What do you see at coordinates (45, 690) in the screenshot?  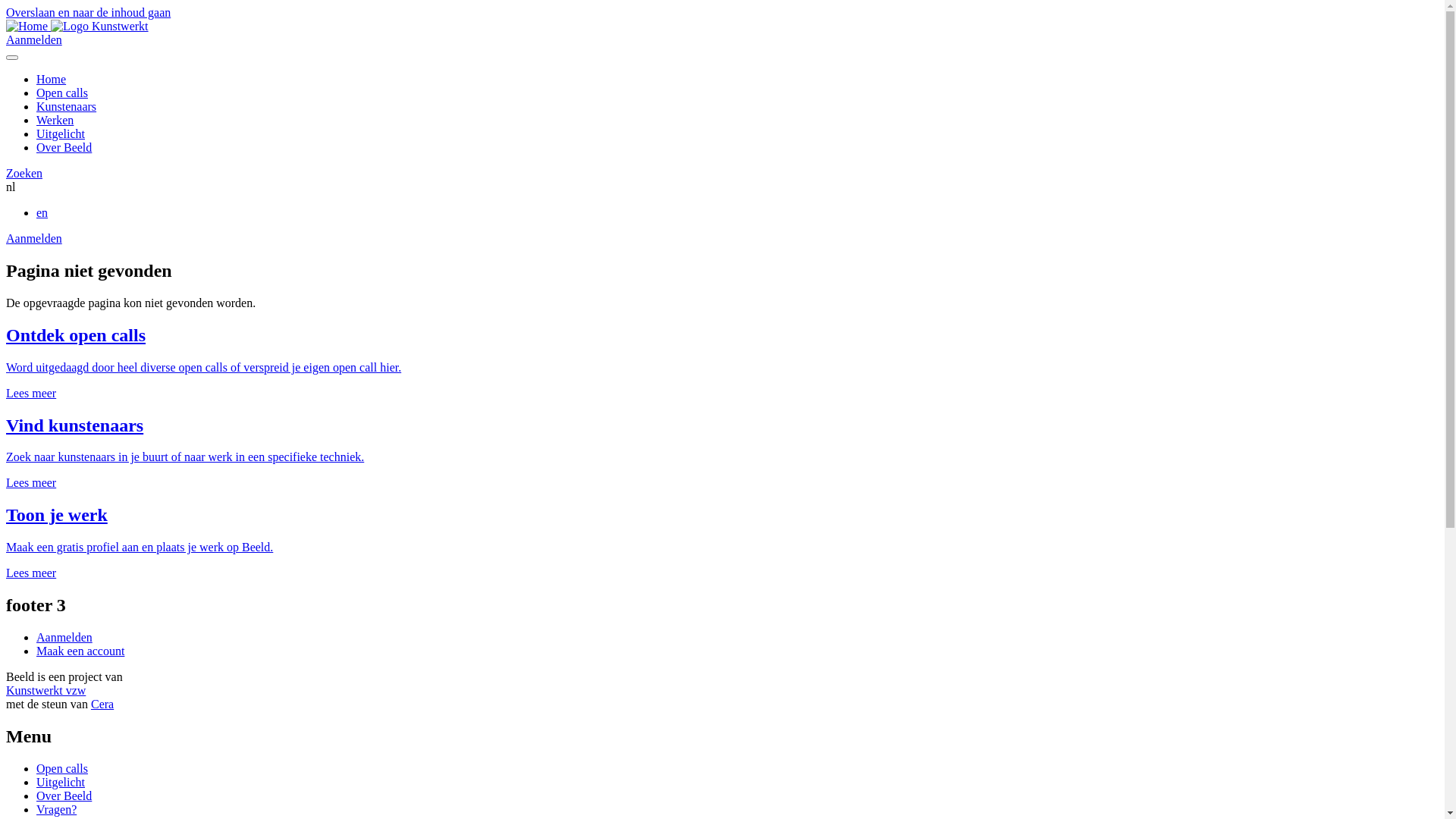 I see `'Kunstwerkt vzw'` at bounding box center [45, 690].